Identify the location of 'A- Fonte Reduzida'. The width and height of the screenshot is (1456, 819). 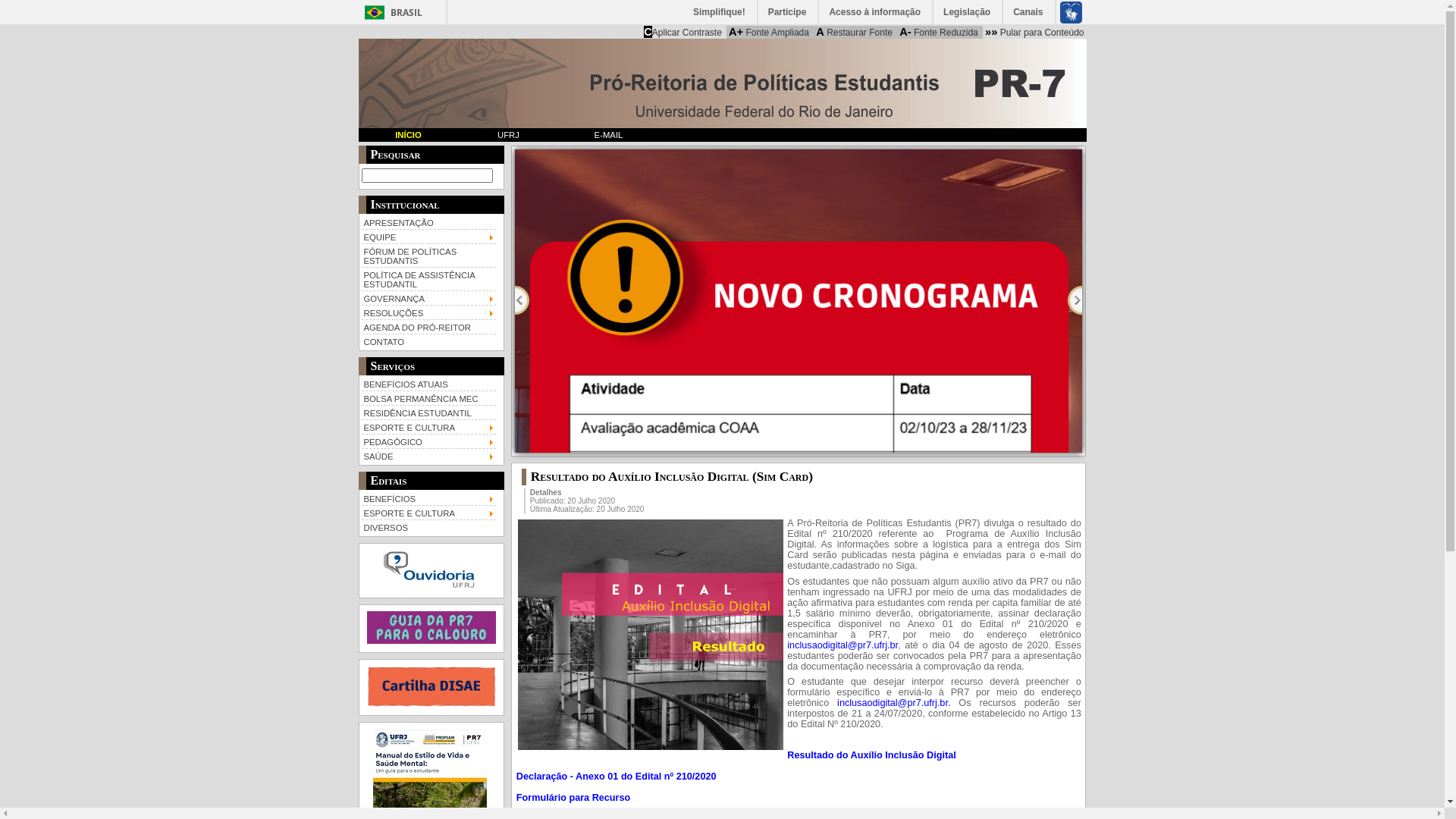
(938, 32).